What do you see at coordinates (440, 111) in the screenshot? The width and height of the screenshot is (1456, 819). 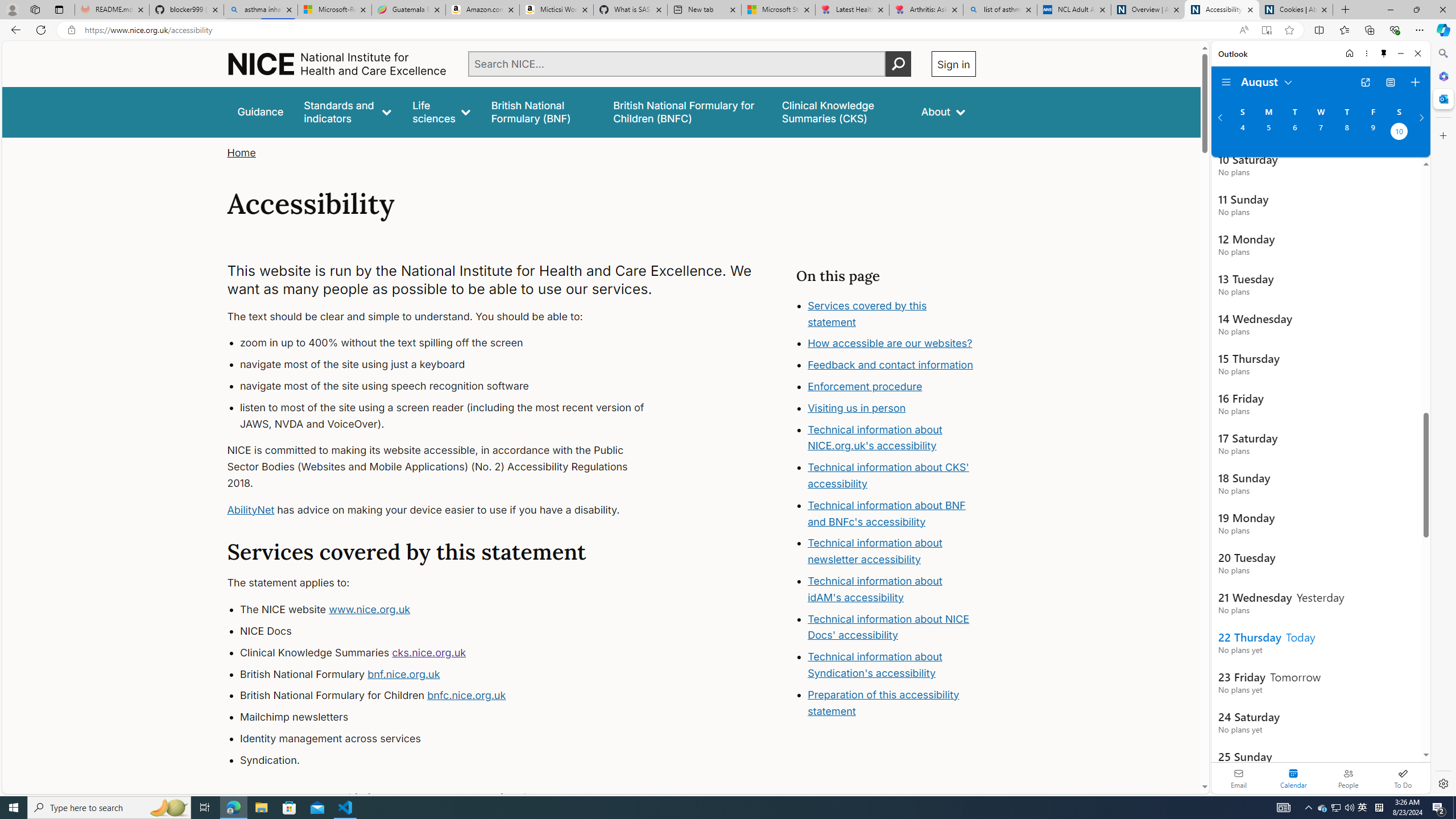 I see `'Life sciences'` at bounding box center [440, 111].